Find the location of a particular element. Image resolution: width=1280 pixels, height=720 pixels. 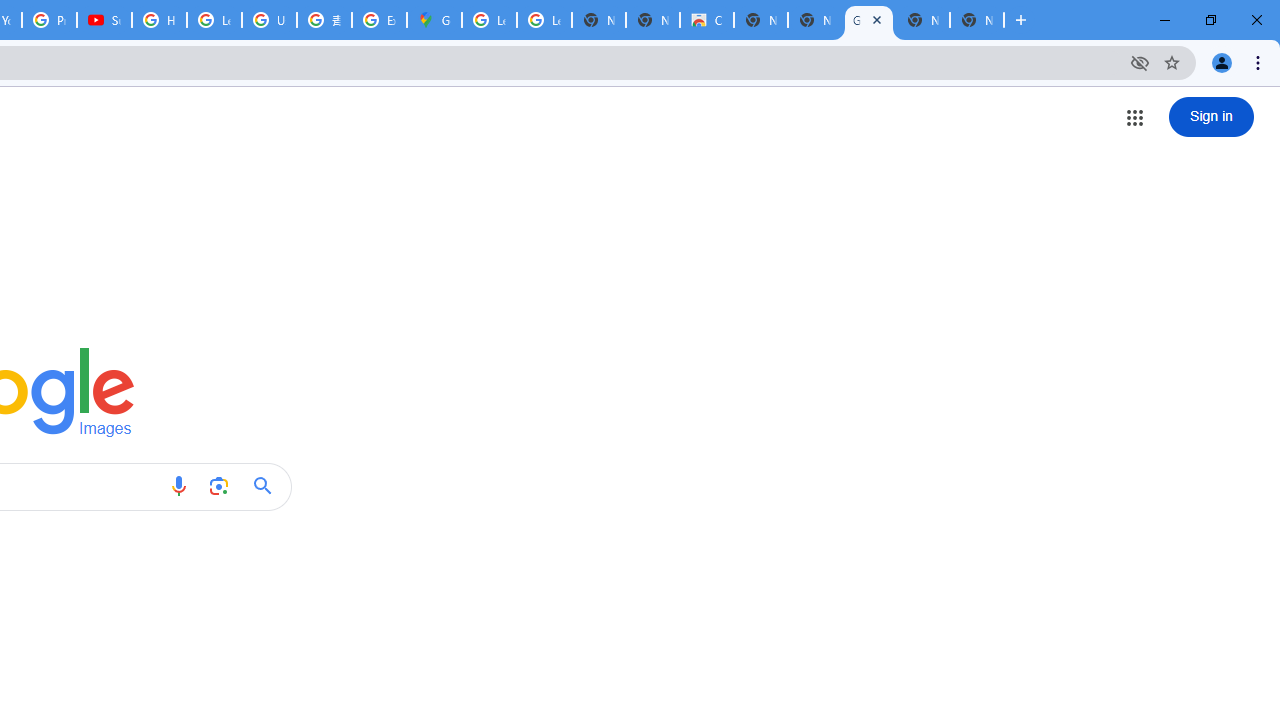

'Explore new street-level details - Google Maps Help' is located at coordinates (379, 20).